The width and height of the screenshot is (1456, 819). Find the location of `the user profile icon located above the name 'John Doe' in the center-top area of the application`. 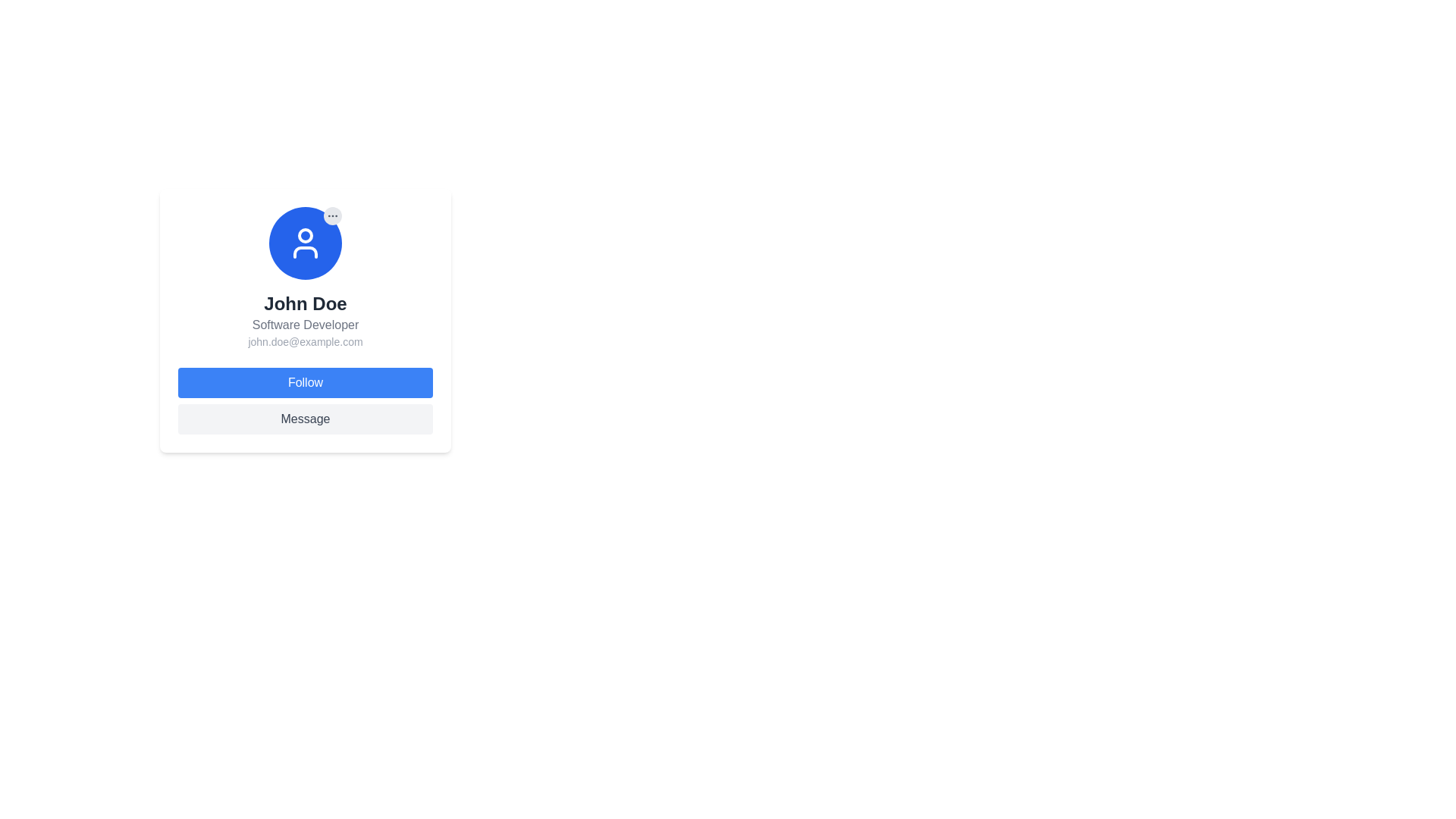

the user profile icon located above the name 'John Doe' in the center-top area of the application is located at coordinates (305, 242).